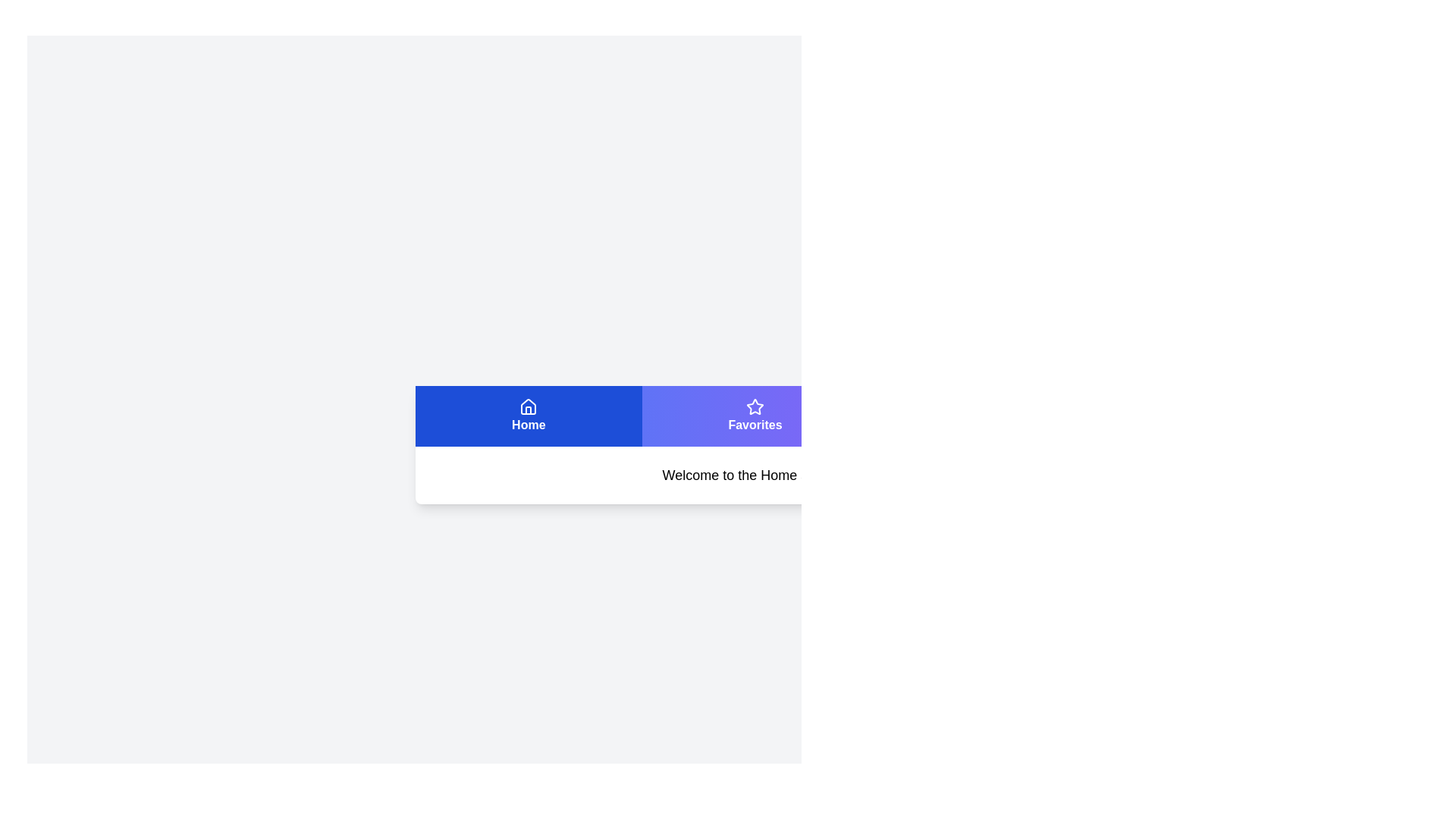  What do you see at coordinates (529, 410) in the screenshot?
I see `the vertical rectangular icon resembling a house's door, located in the bottom navigation bar near the 'Home' label` at bounding box center [529, 410].